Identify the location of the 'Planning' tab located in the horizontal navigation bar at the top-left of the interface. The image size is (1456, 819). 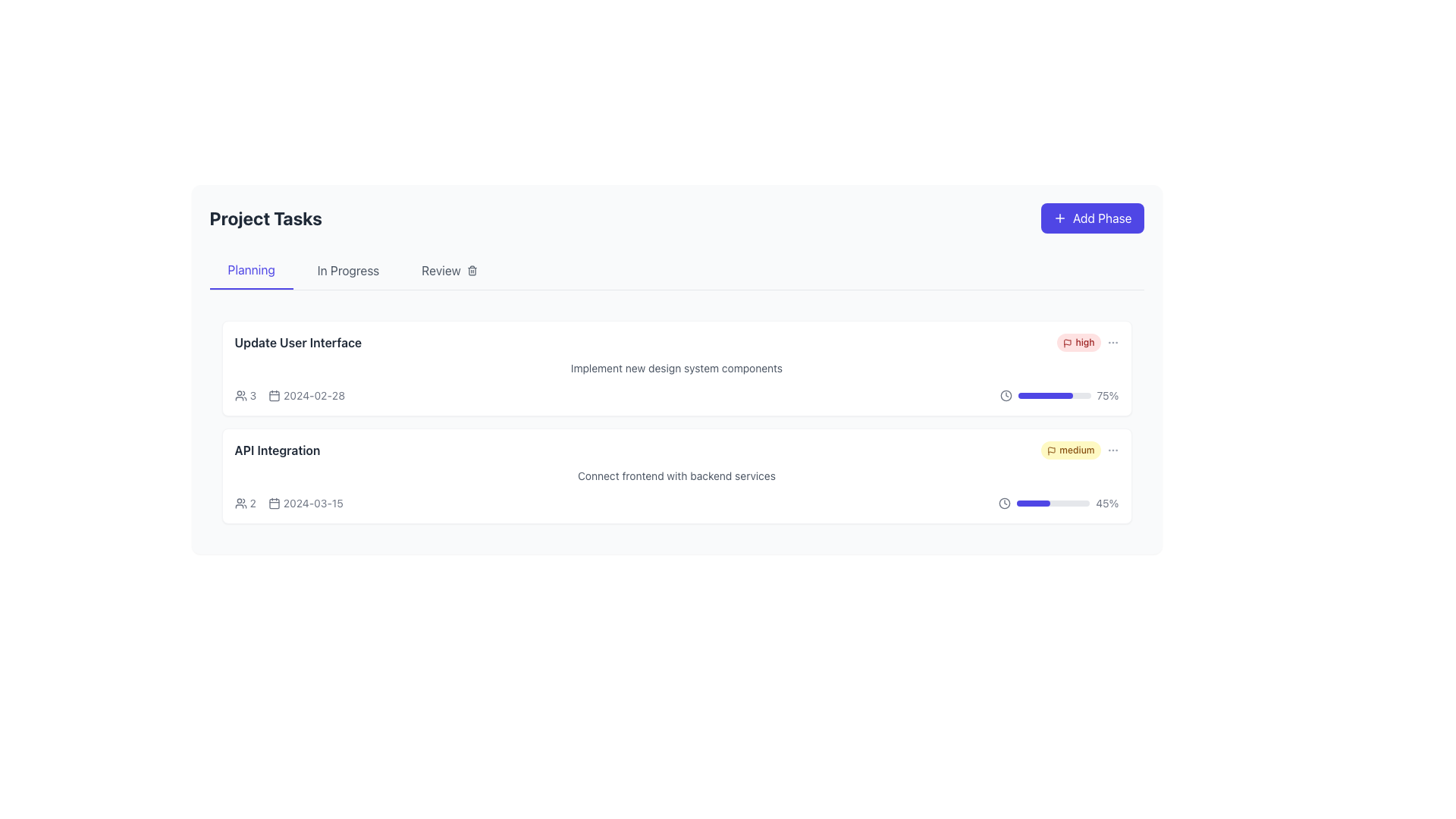
(251, 270).